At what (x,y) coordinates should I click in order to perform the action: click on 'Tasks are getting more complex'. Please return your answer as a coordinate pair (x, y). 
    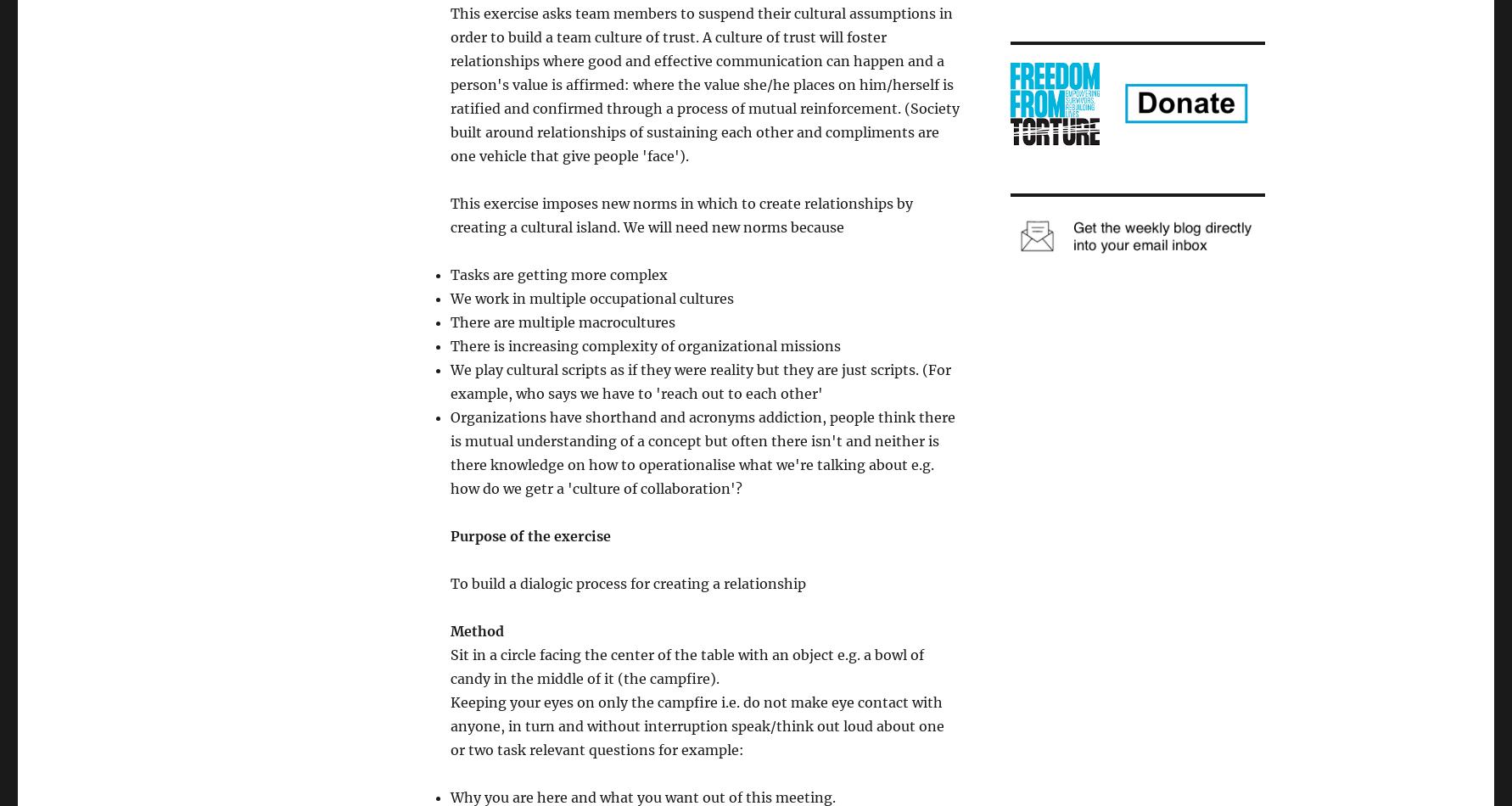
    Looking at the image, I should click on (557, 274).